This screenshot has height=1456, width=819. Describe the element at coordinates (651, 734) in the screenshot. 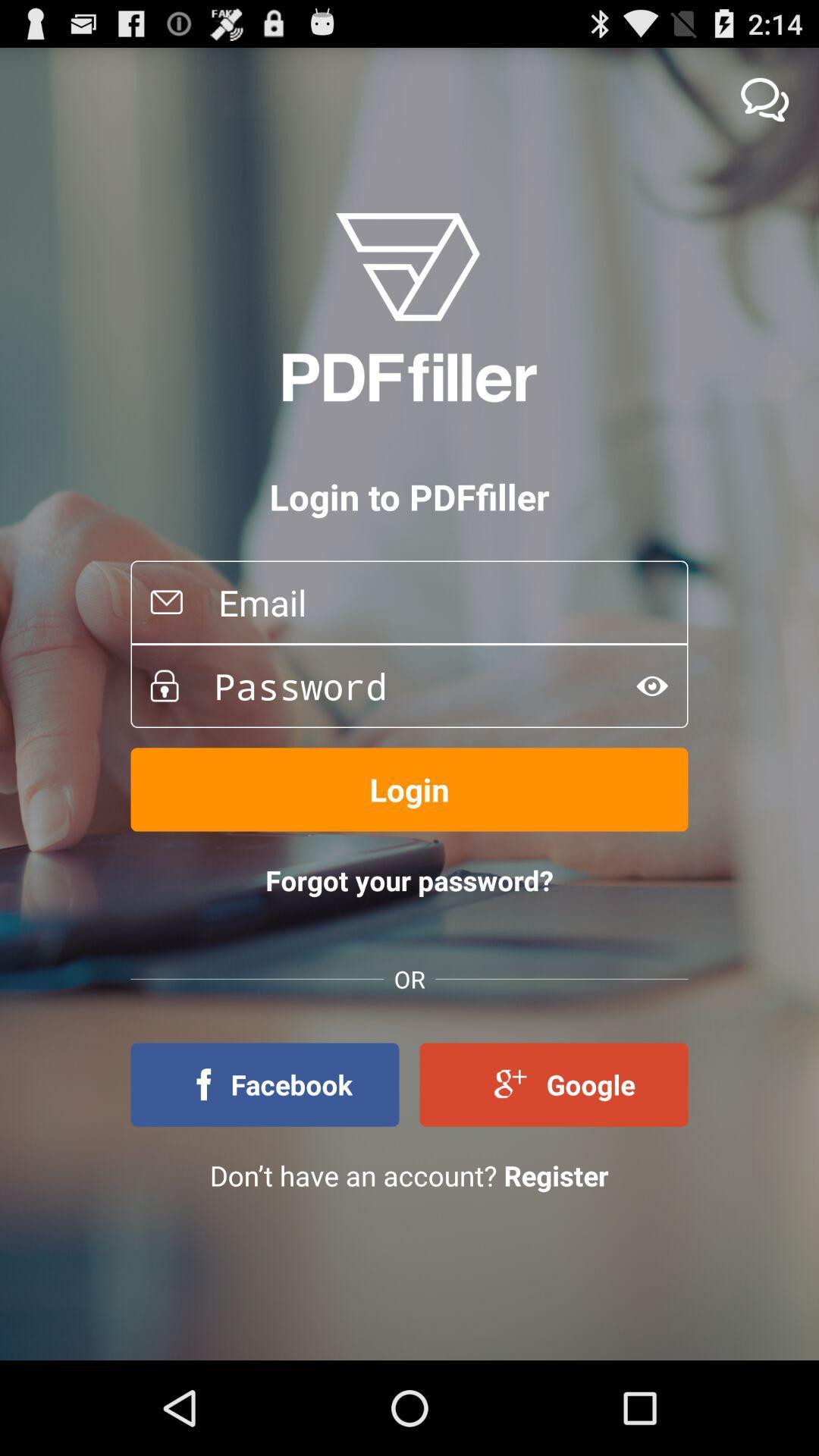

I see `the visibility icon` at that location.